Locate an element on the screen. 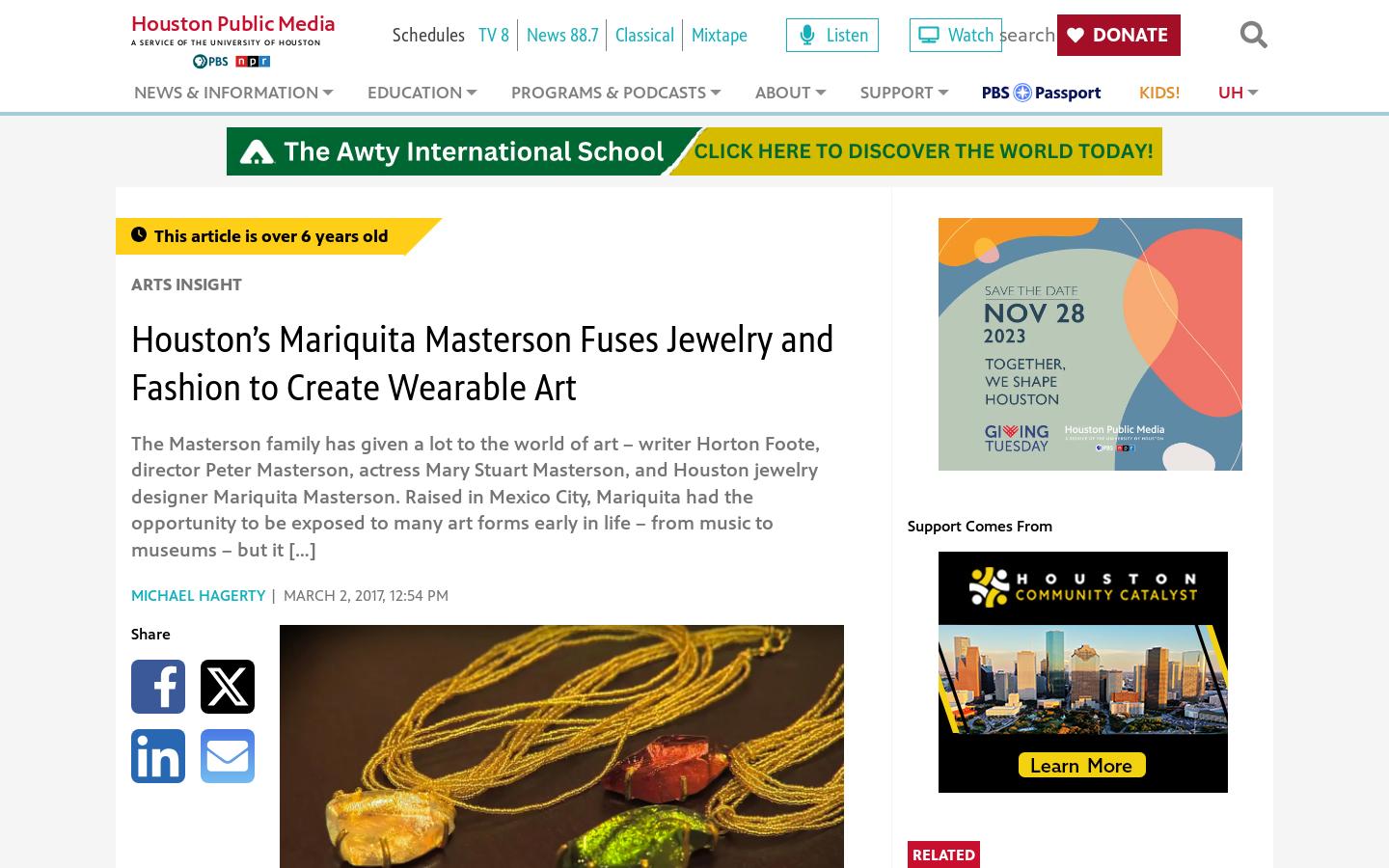 The image size is (1389, 868). 'Support' is located at coordinates (896, 92).